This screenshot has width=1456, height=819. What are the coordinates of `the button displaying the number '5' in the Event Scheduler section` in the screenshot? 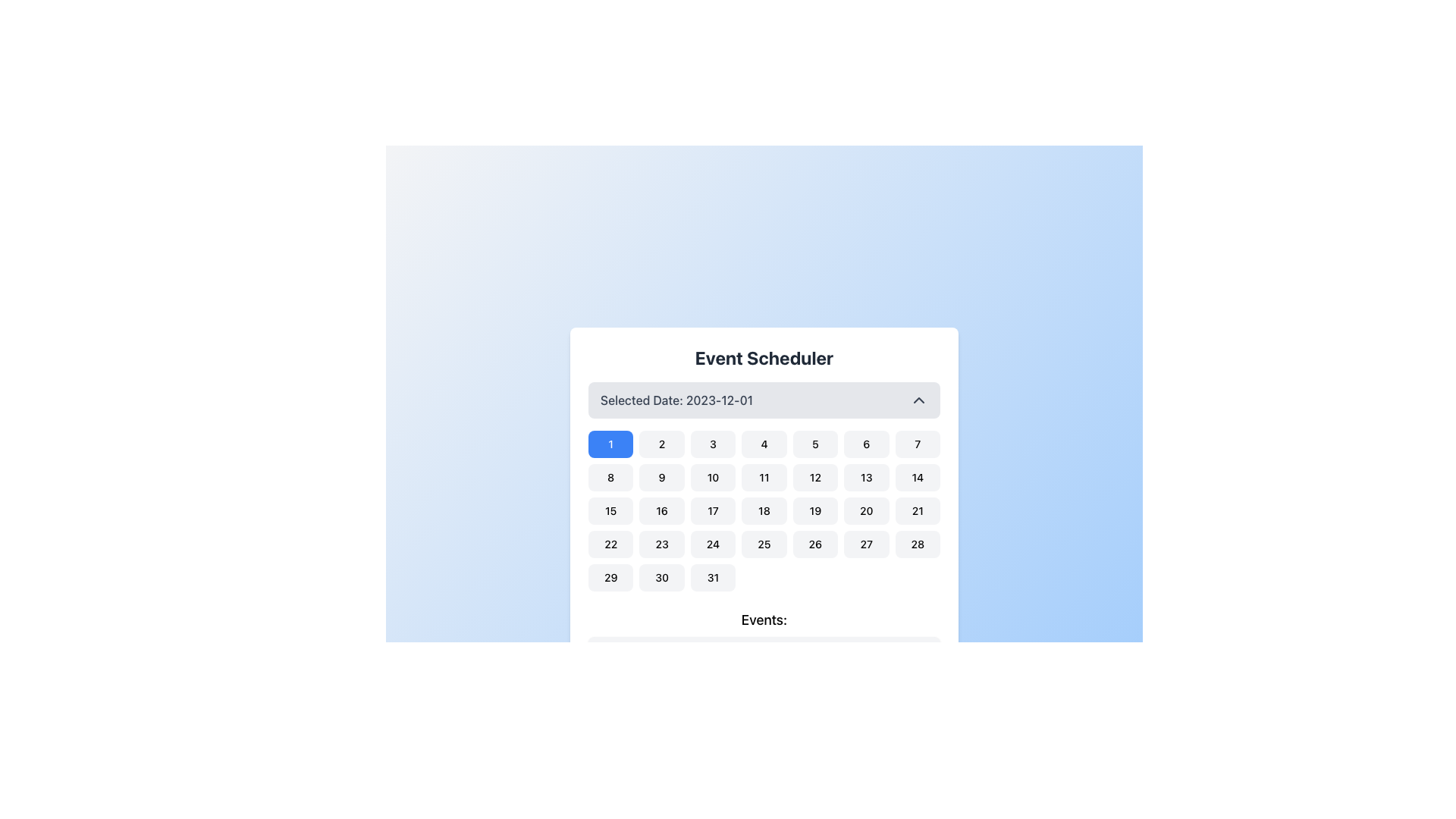 It's located at (814, 444).